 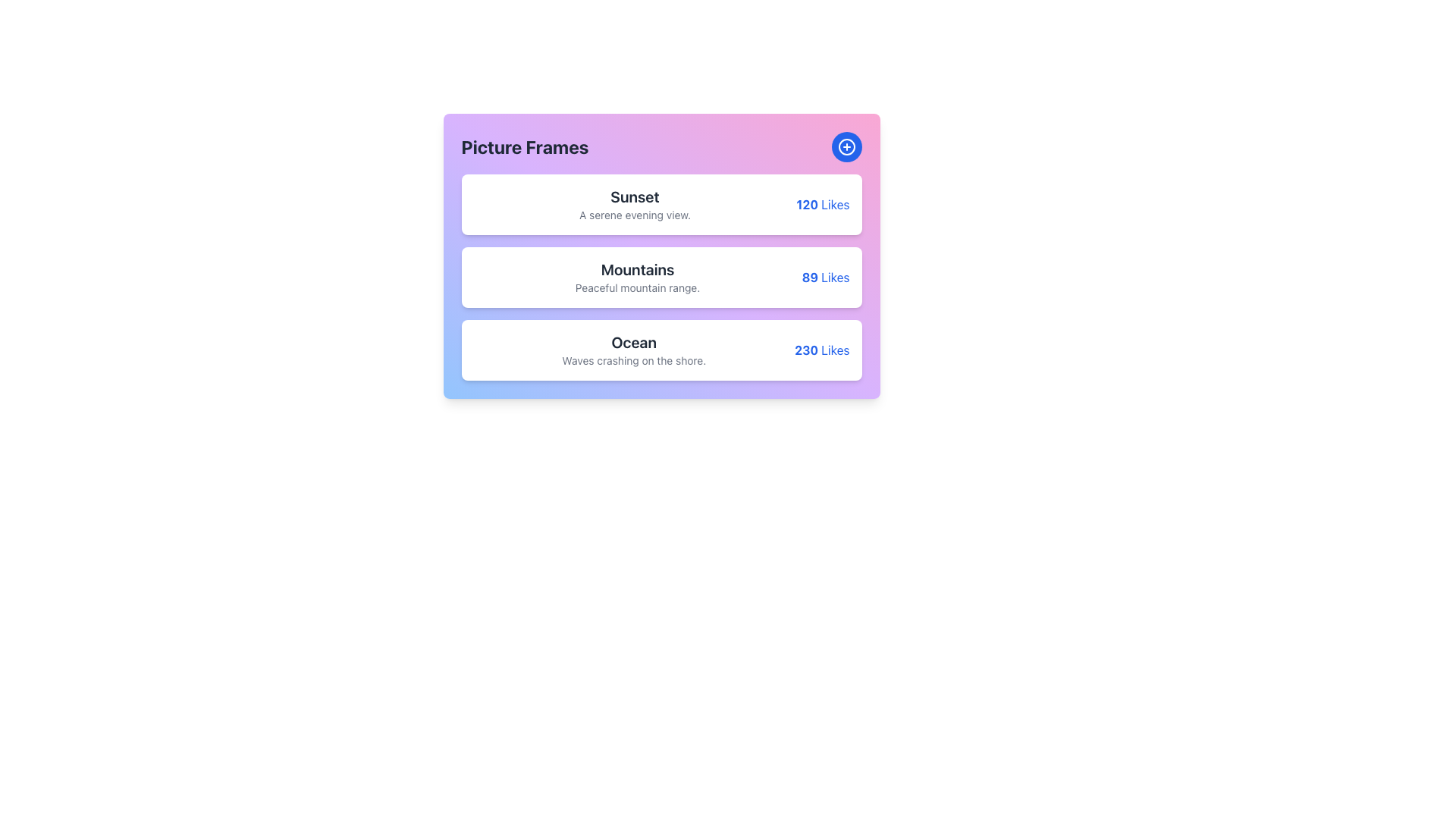 What do you see at coordinates (638, 278) in the screenshot?
I see `the Informational Text Block that contains the bold text 'Mountains' and the description 'Peaceful mountain range.'` at bounding box center [638, 278].